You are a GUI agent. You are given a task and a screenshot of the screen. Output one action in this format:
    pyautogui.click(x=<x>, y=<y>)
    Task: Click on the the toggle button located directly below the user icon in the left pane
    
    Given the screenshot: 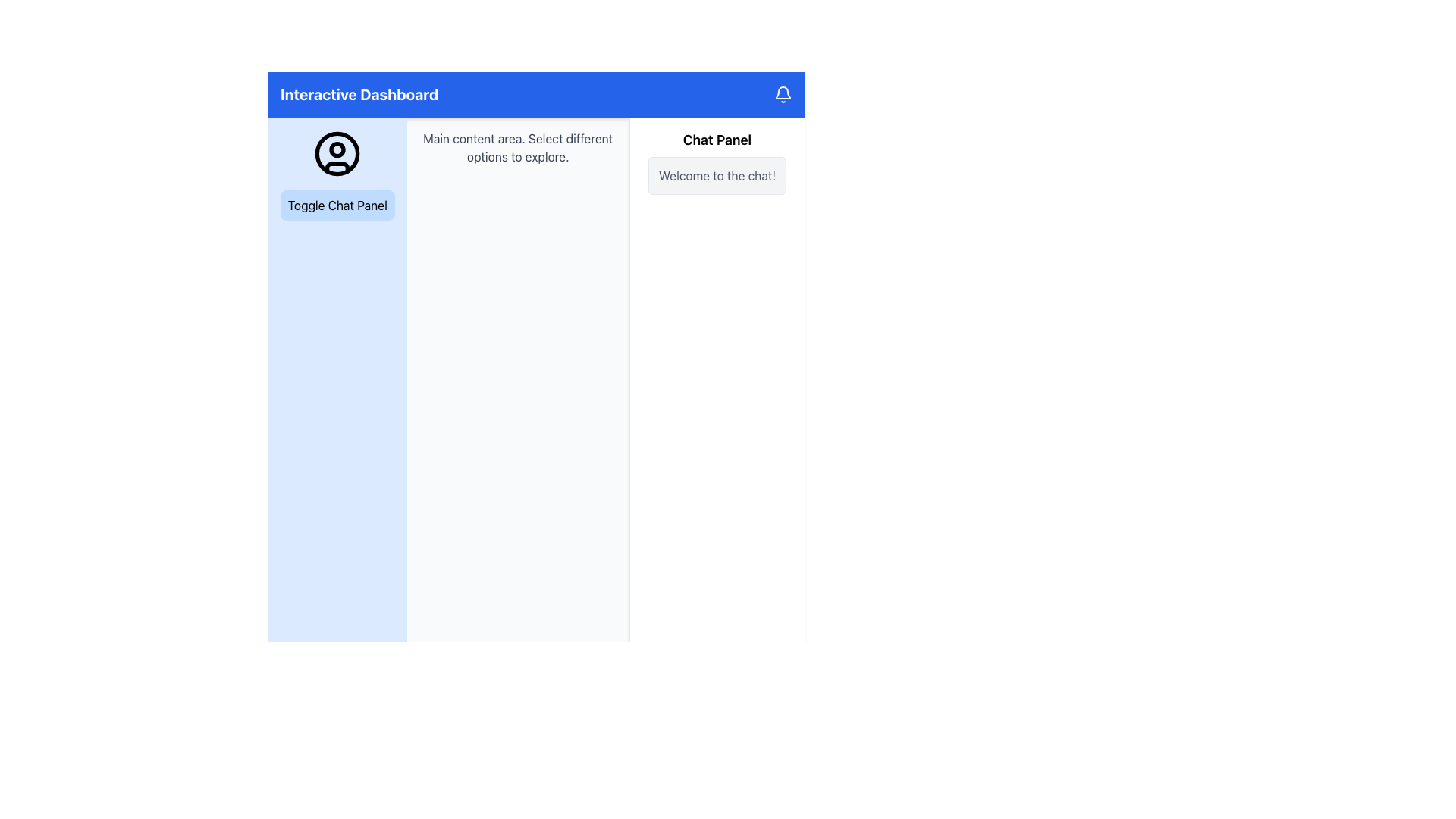 What is the action you would take?
    pyautogui.click(x=337, y=205)
    